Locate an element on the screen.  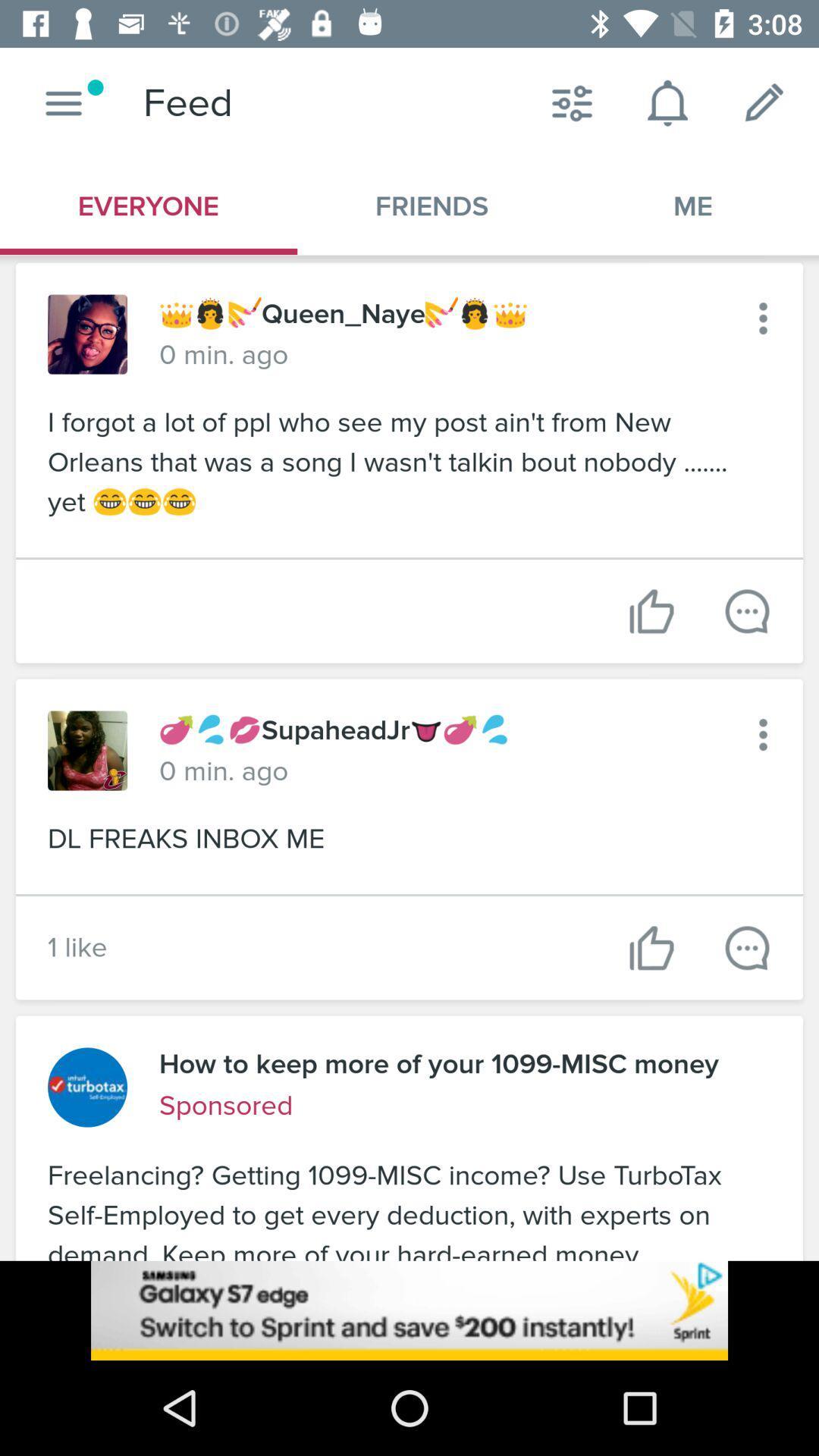
button is located at coordinates (63, 102).